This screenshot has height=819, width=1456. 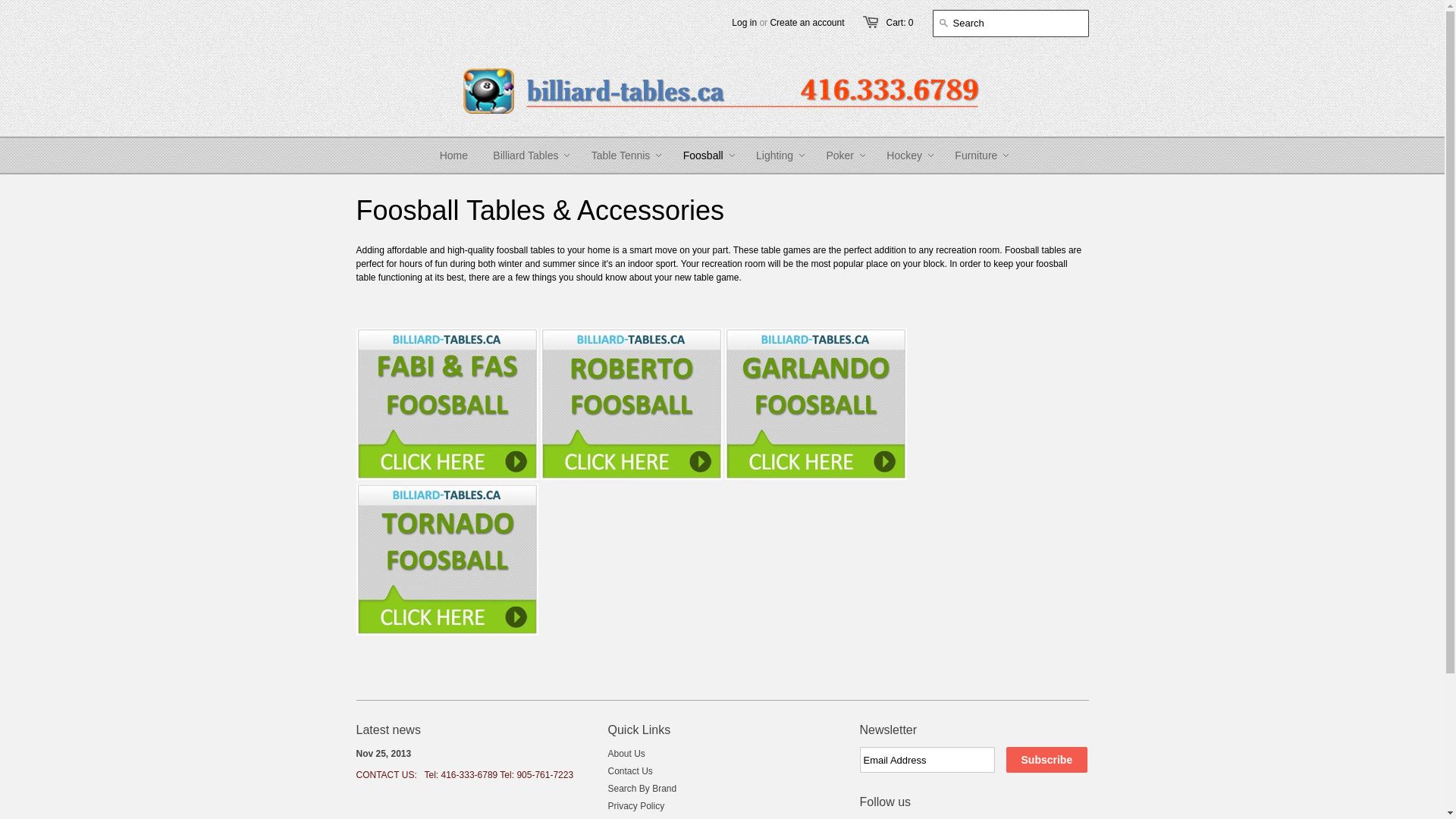 I want to click on 'Foosball', so click(x=702, y=155).